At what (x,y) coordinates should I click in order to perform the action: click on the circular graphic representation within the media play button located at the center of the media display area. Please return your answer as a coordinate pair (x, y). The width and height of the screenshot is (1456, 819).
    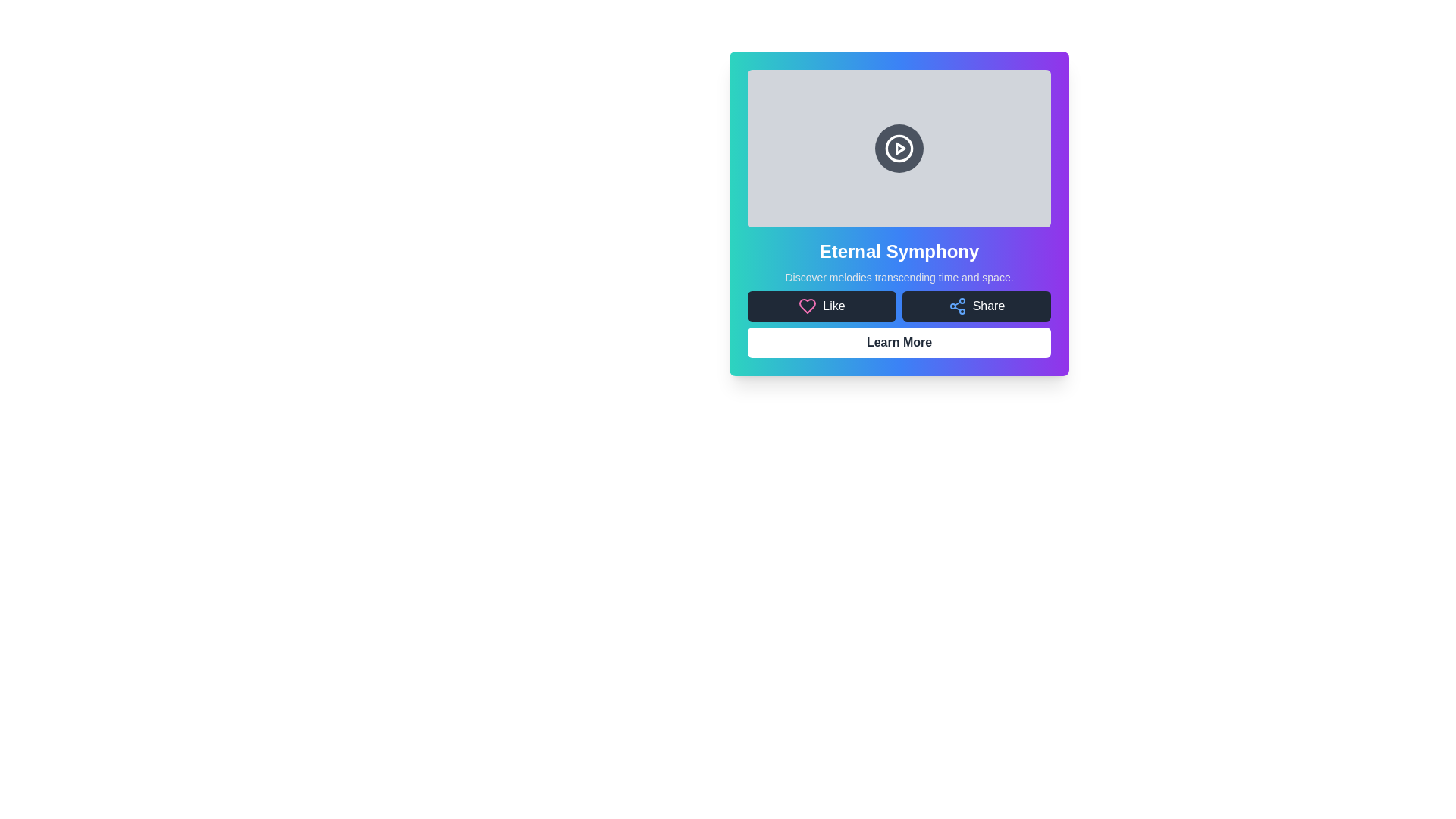
    Looking at the image, I should click on (899, 149).